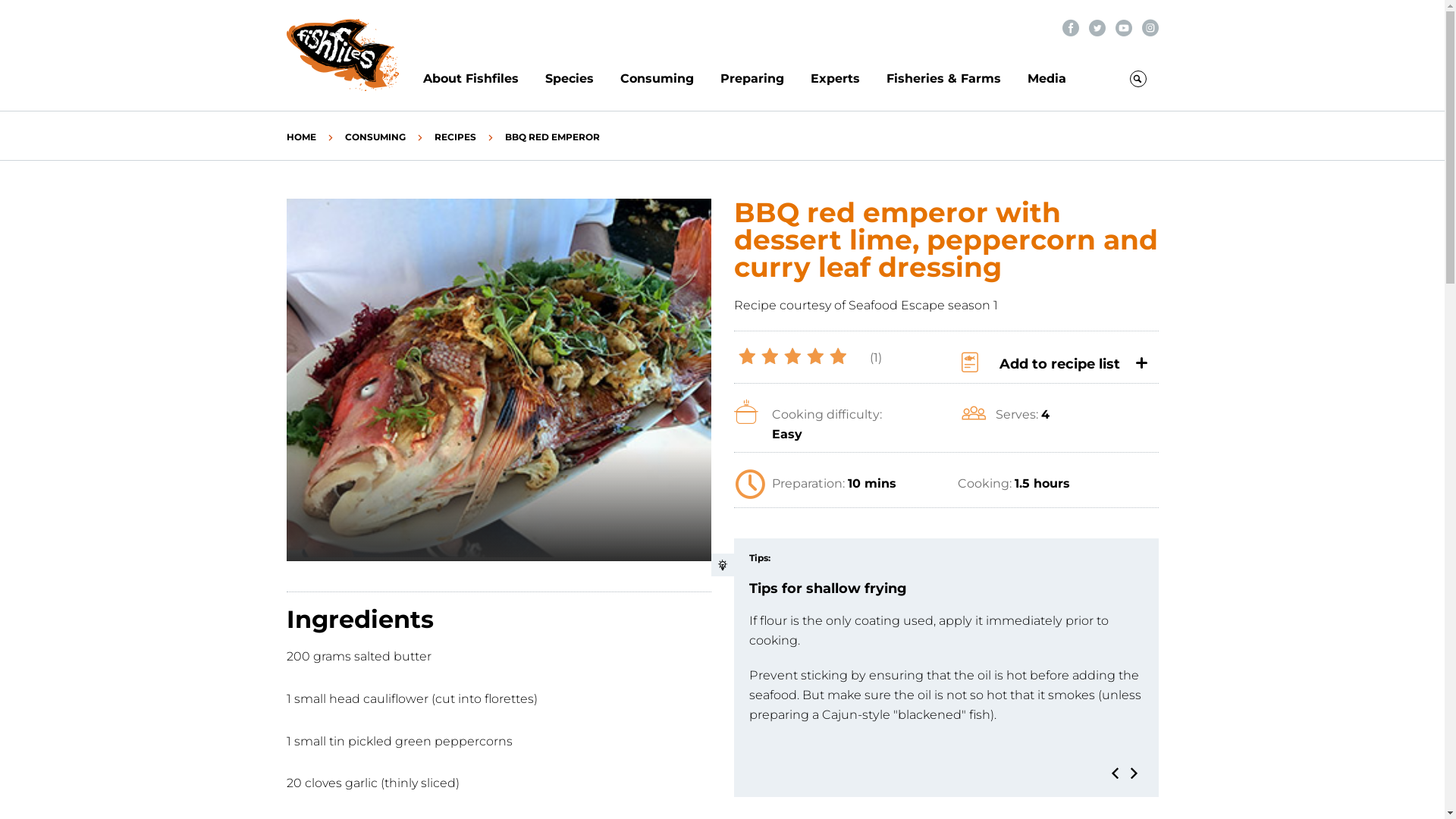  Describe the element at coordinates (581, 79) in the screenshot. I see `'Species'` at that location.